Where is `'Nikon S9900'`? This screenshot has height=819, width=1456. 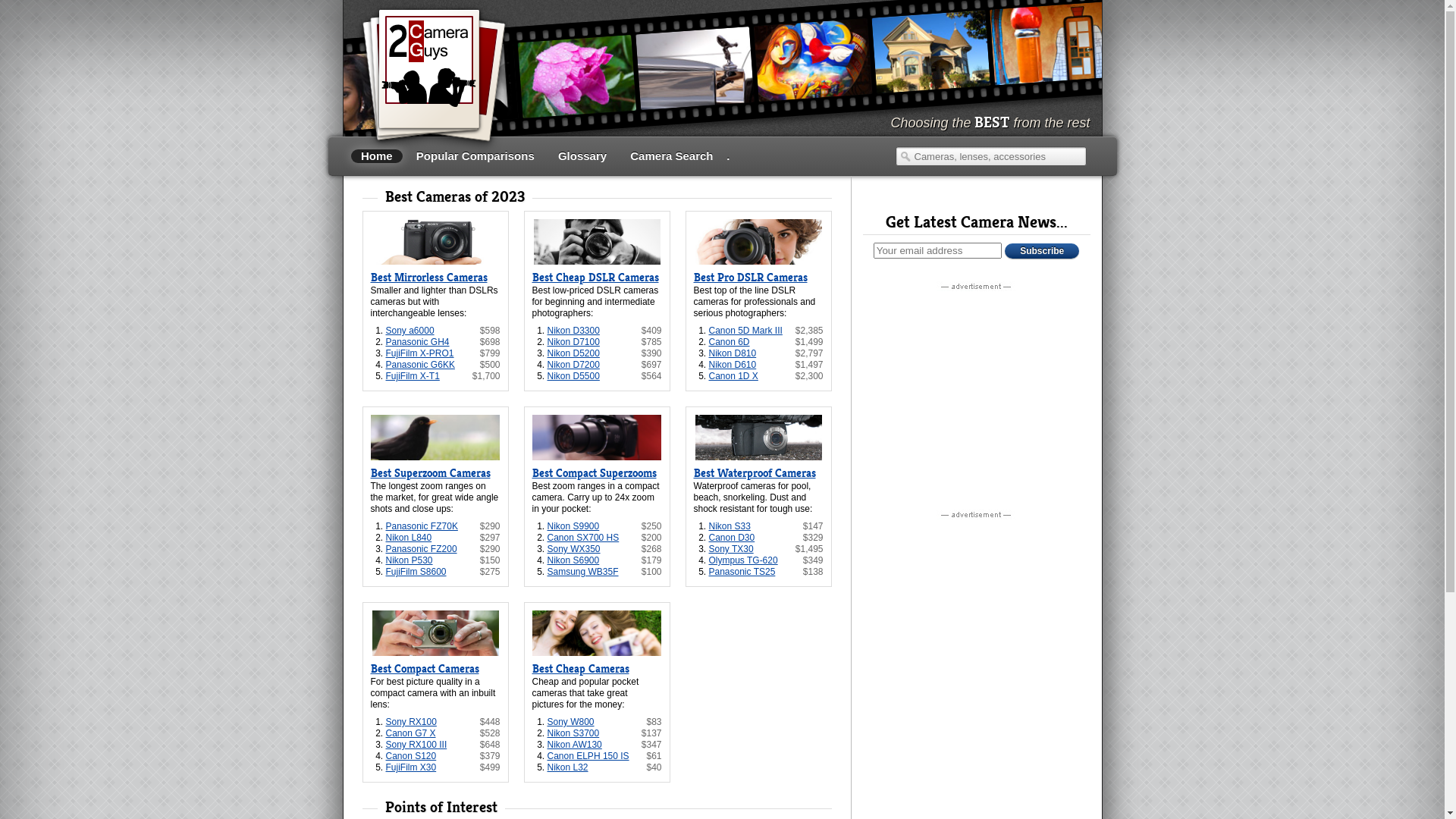 'Nikon S9900' is located at coordinates (573, 526).